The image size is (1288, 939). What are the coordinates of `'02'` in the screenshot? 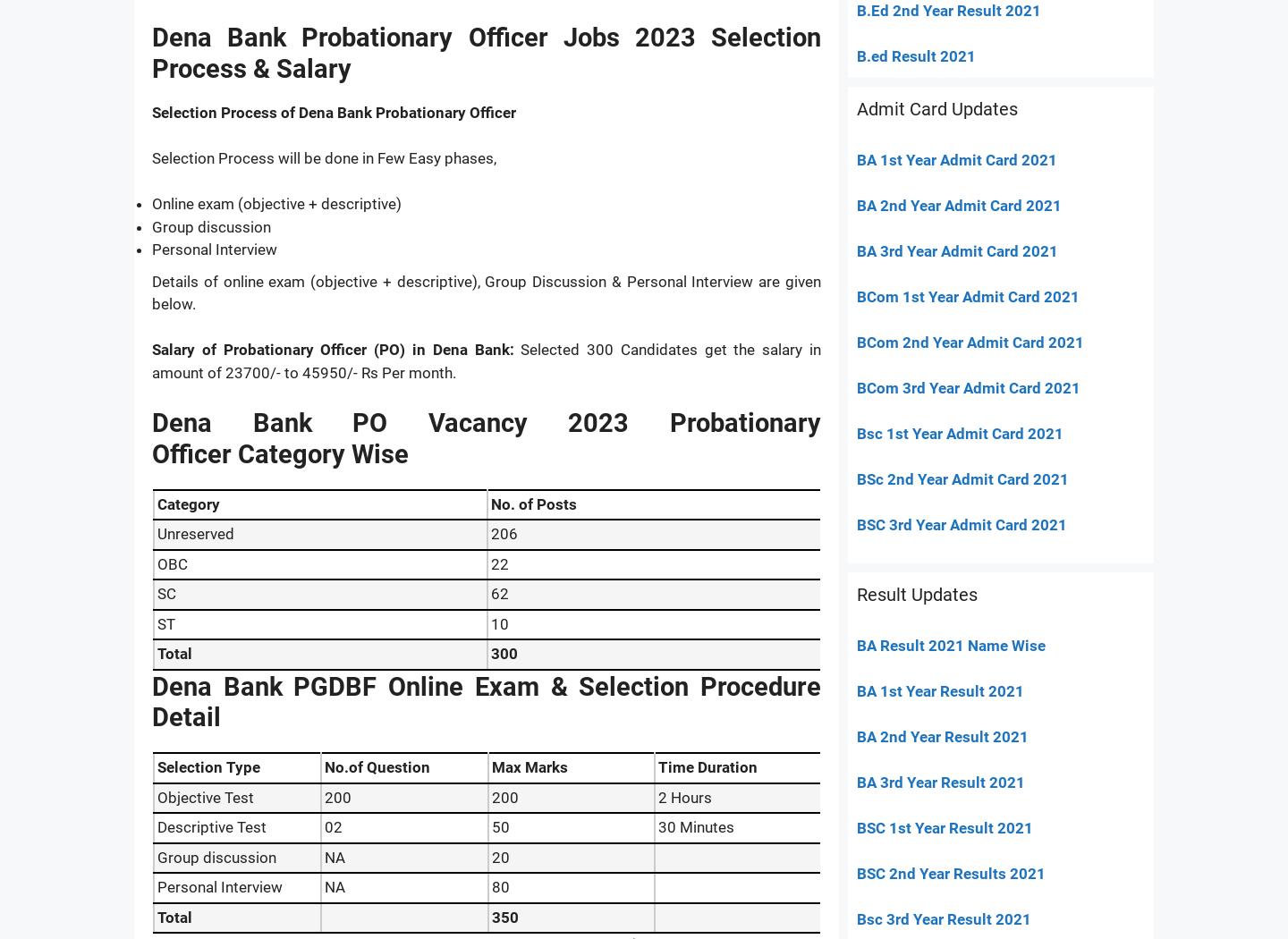 It's located at (332, 827).